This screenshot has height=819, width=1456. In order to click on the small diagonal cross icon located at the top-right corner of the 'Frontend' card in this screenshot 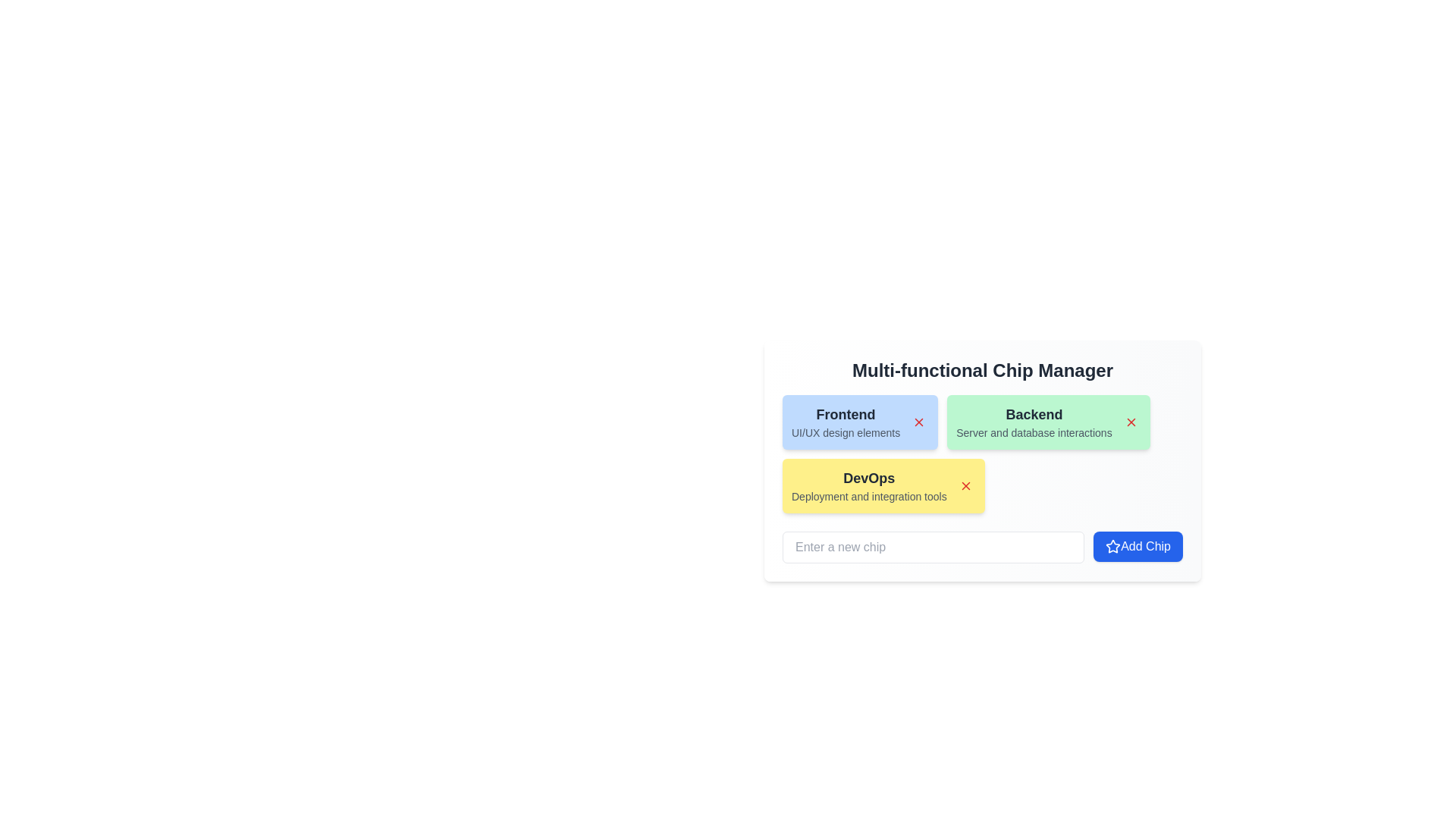, I will do `click(918, 422)`.